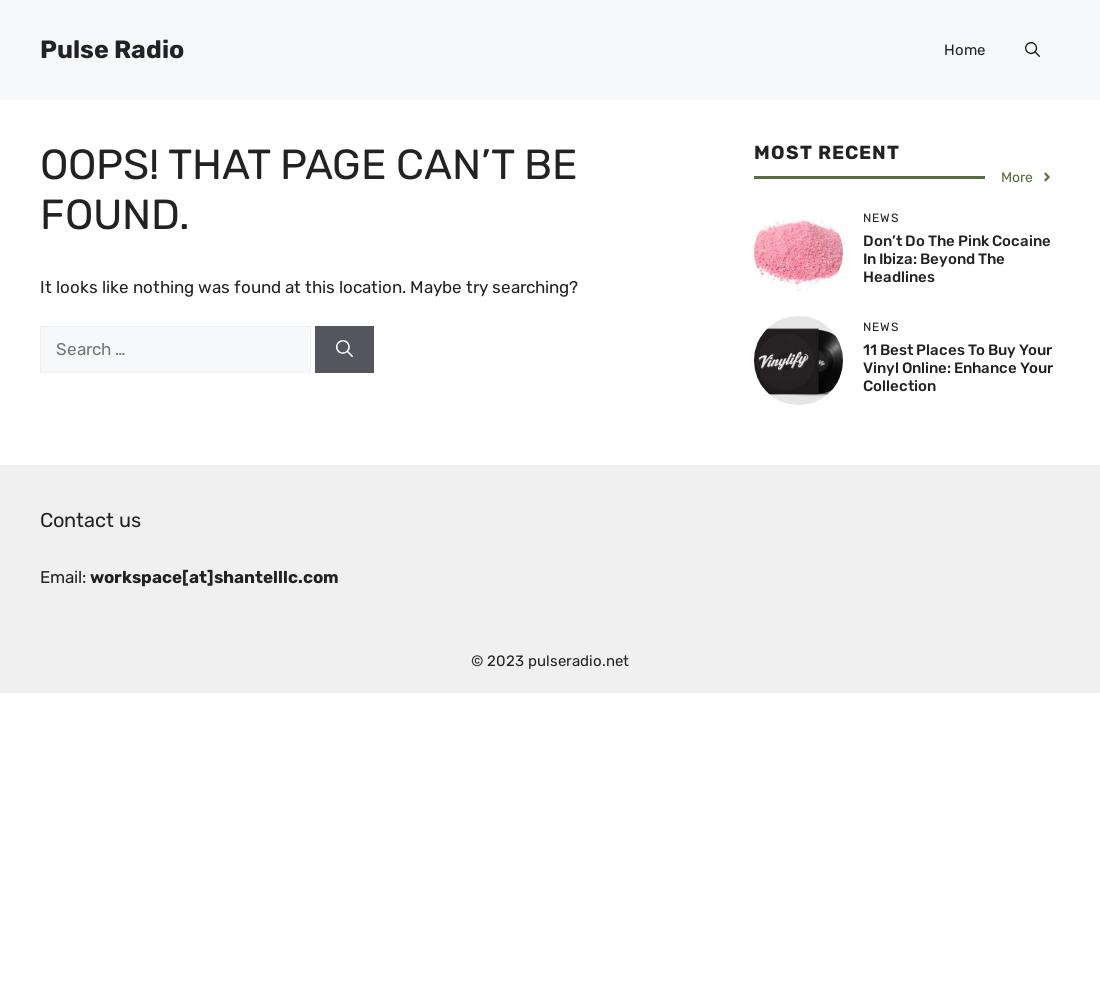 The width and height of the screenshot is (1100, 1000). I want to click on 'Home', so click(963, 50).